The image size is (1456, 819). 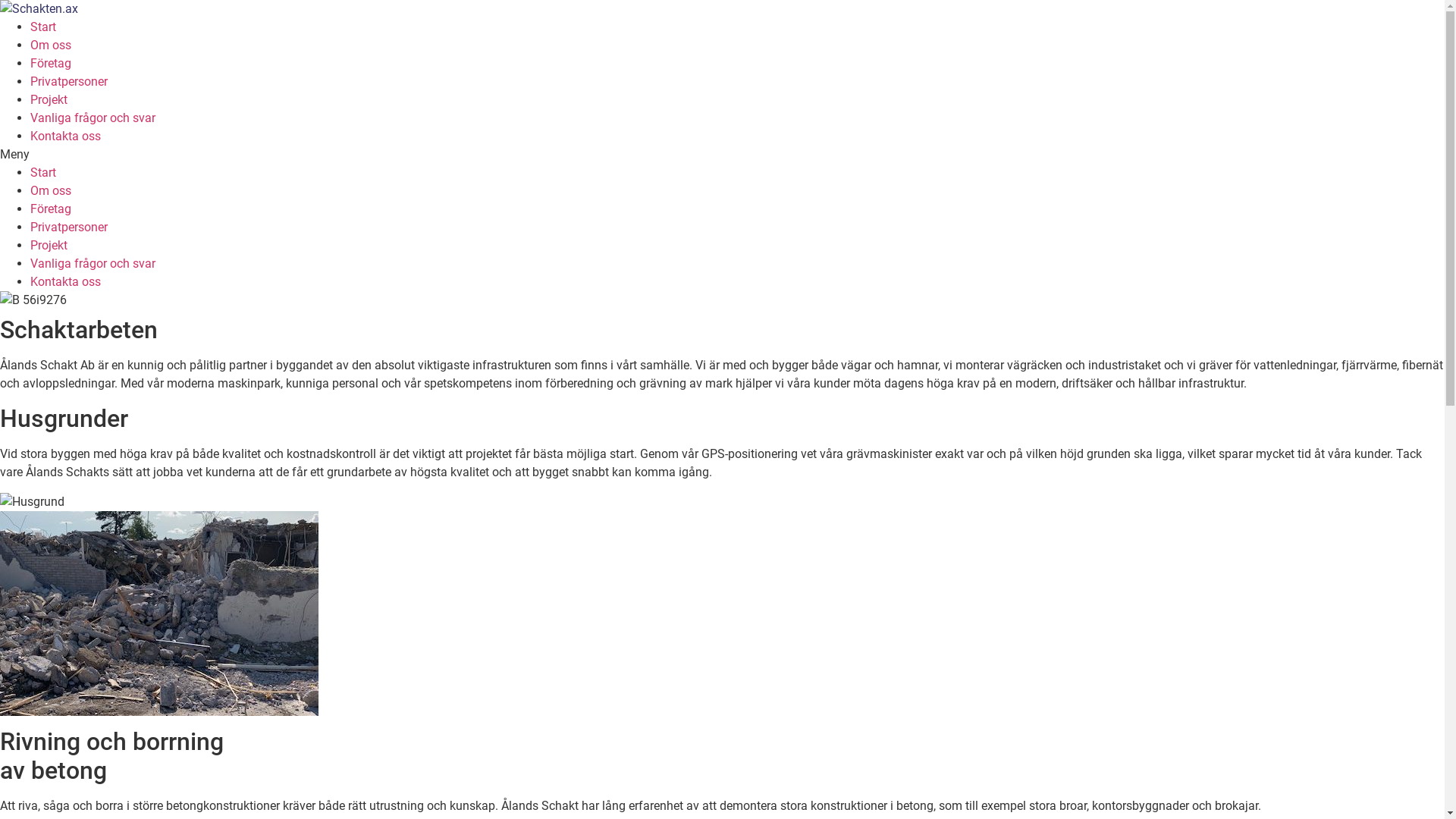 I want to click on 'Kontakta oss', so click(x=64, y=281).